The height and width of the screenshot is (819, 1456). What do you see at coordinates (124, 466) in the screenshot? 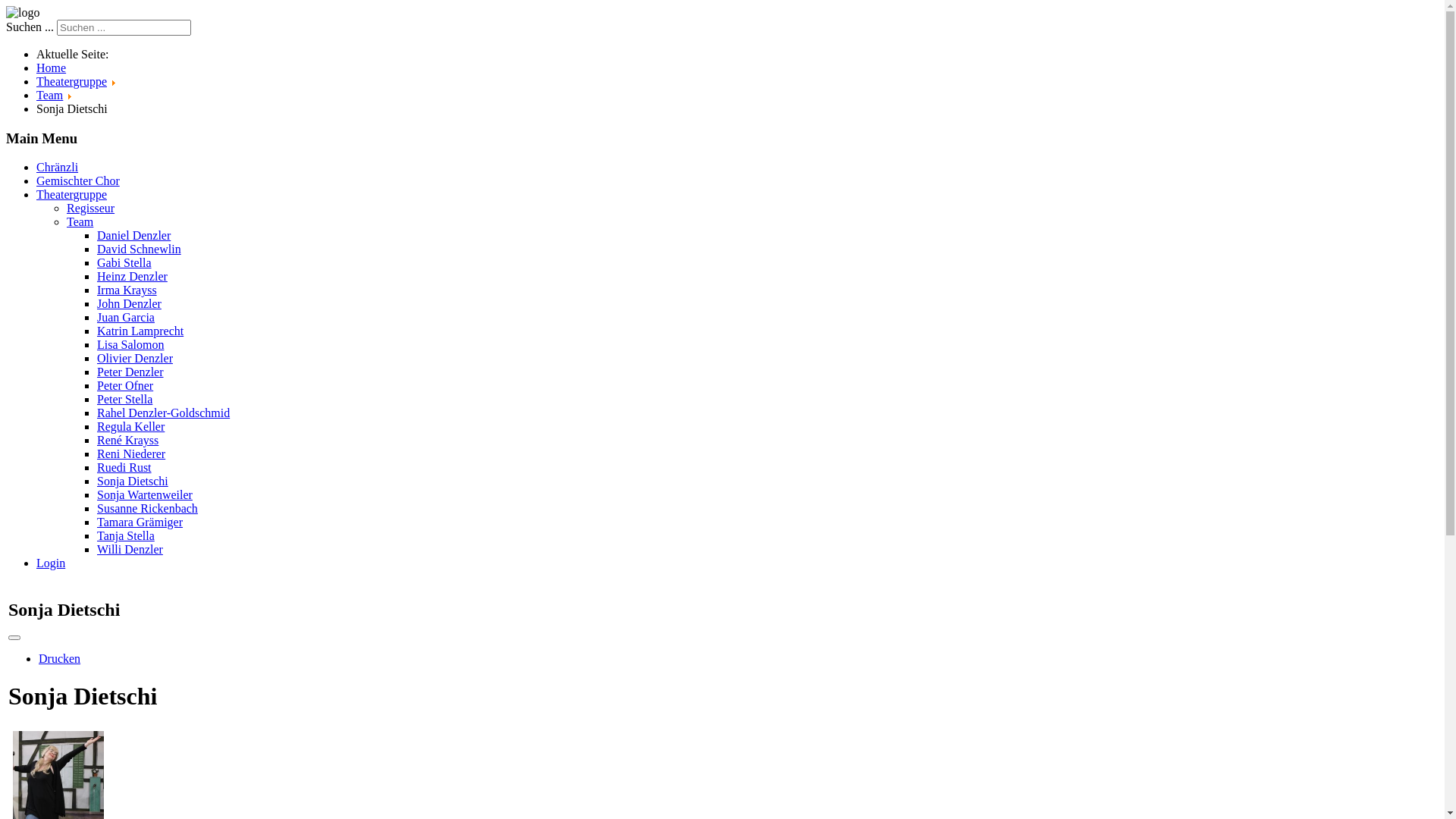
I see `'Ruedi Rust'` at bounding box center [124, 466].